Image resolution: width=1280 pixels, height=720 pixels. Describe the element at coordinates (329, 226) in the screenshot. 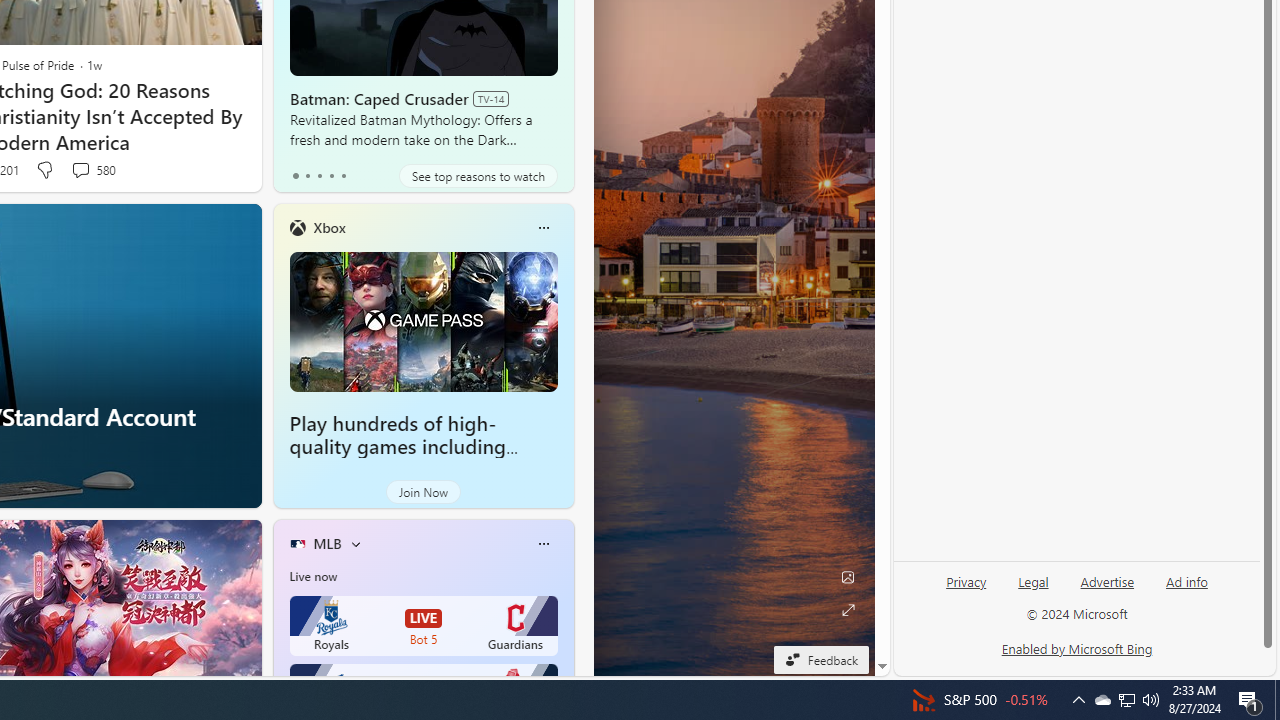

I see `'Xbox'` at that location.